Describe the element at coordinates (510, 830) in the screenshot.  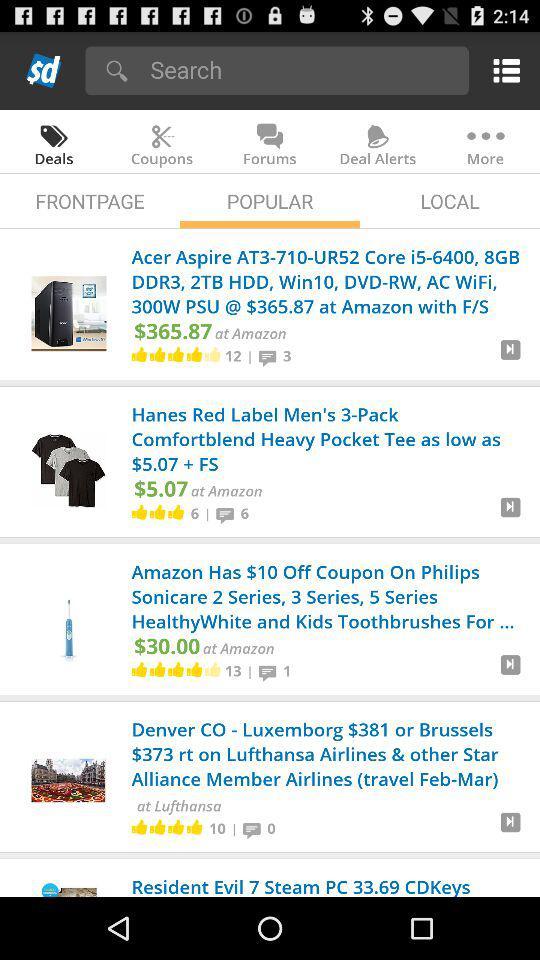
I see `deal` at that location.